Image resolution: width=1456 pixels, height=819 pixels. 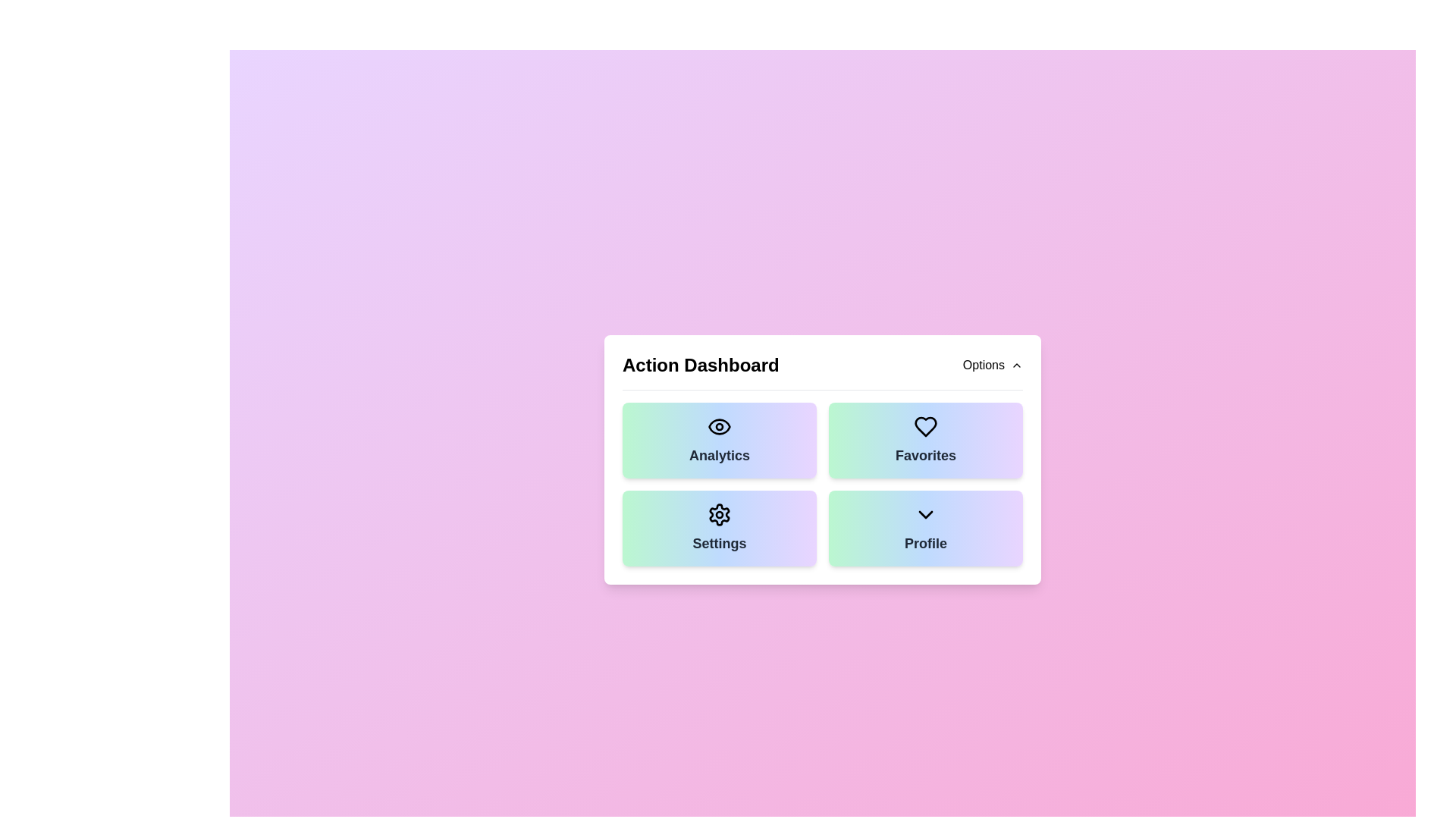 I want to click on the chevron-down icon located at the top-center of the 'Profile' button, so click(x=924, y=513).